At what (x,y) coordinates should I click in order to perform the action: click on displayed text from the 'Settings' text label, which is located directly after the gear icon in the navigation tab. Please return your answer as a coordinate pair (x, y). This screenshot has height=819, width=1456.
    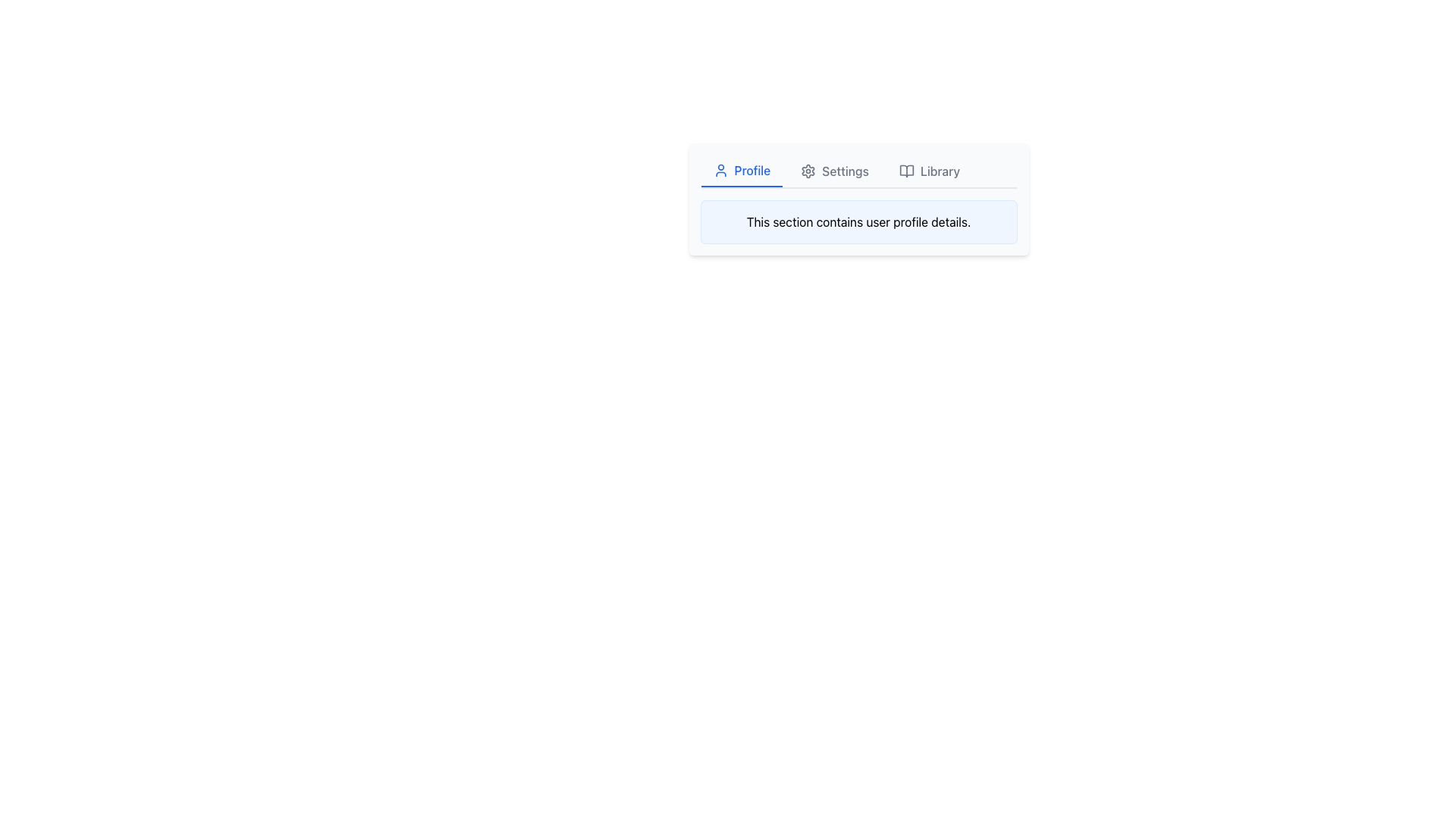
    Looking at the image, I should click on (845, 171).